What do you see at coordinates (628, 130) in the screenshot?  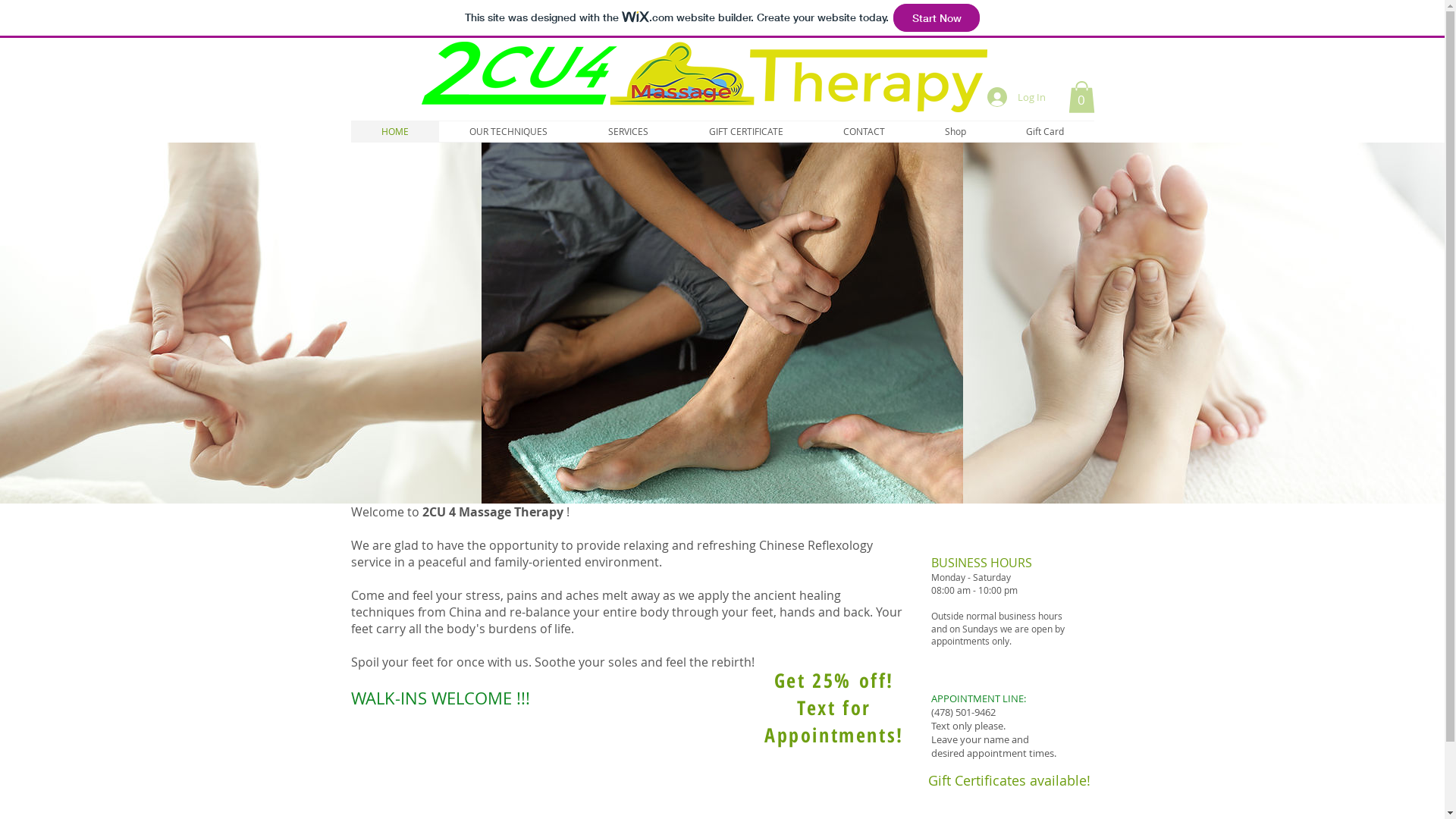 I see `'SERVICES'` at bounding box center [628, 130].